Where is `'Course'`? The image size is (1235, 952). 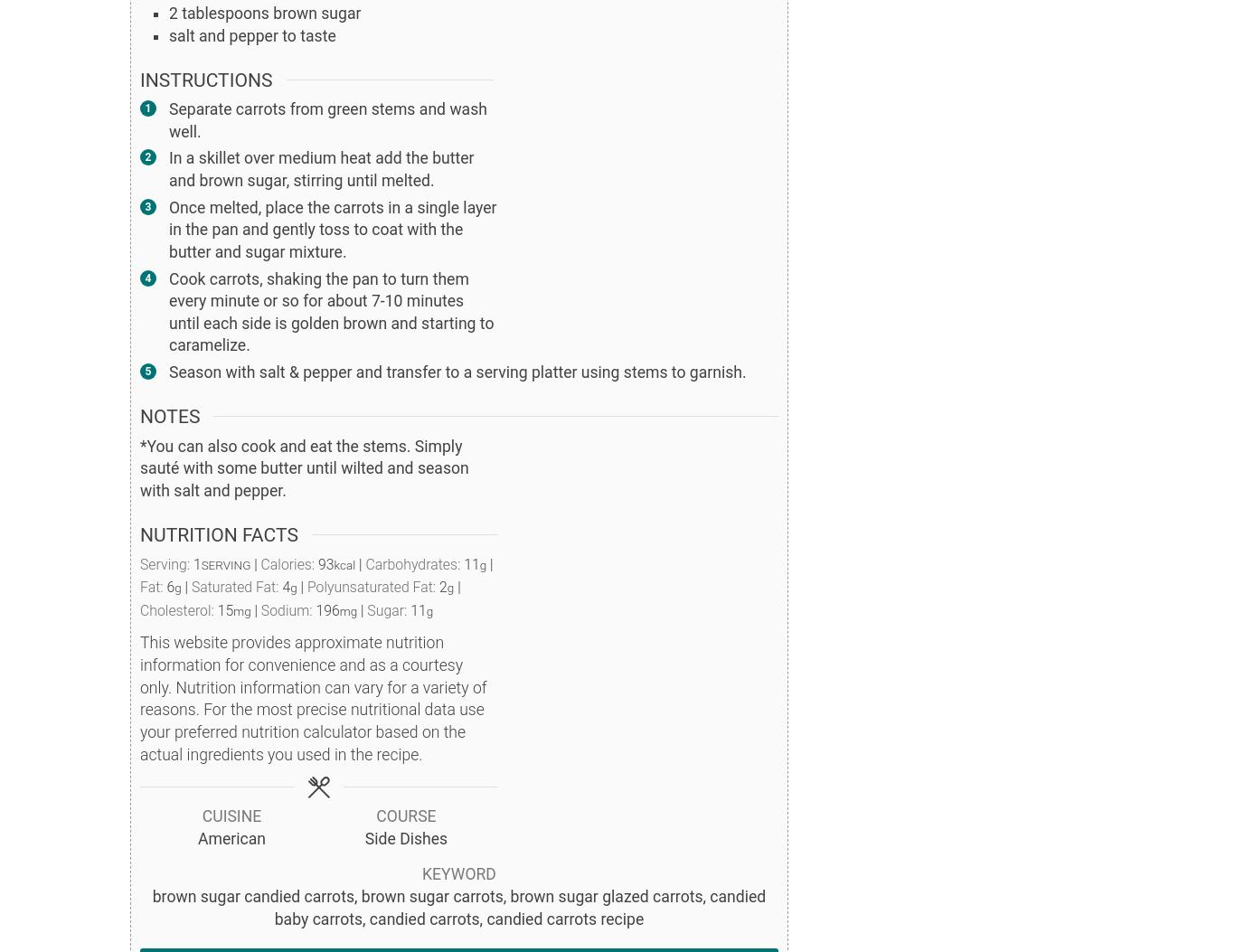 'Course' is located at coordinates (405, 815).